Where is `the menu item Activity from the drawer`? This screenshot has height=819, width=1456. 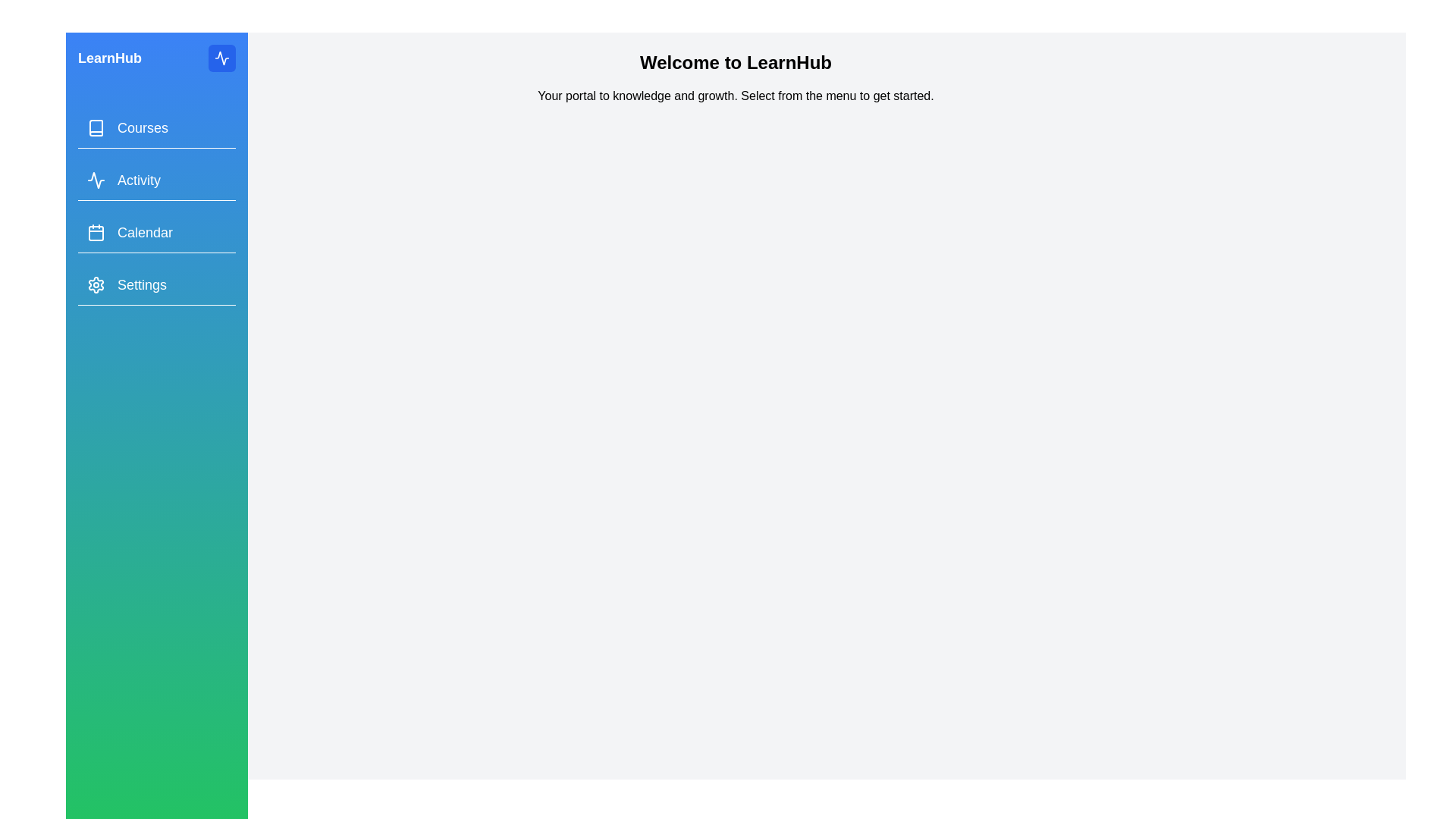 the menu item Activity from the drawer is located at coordinates (156, 180).